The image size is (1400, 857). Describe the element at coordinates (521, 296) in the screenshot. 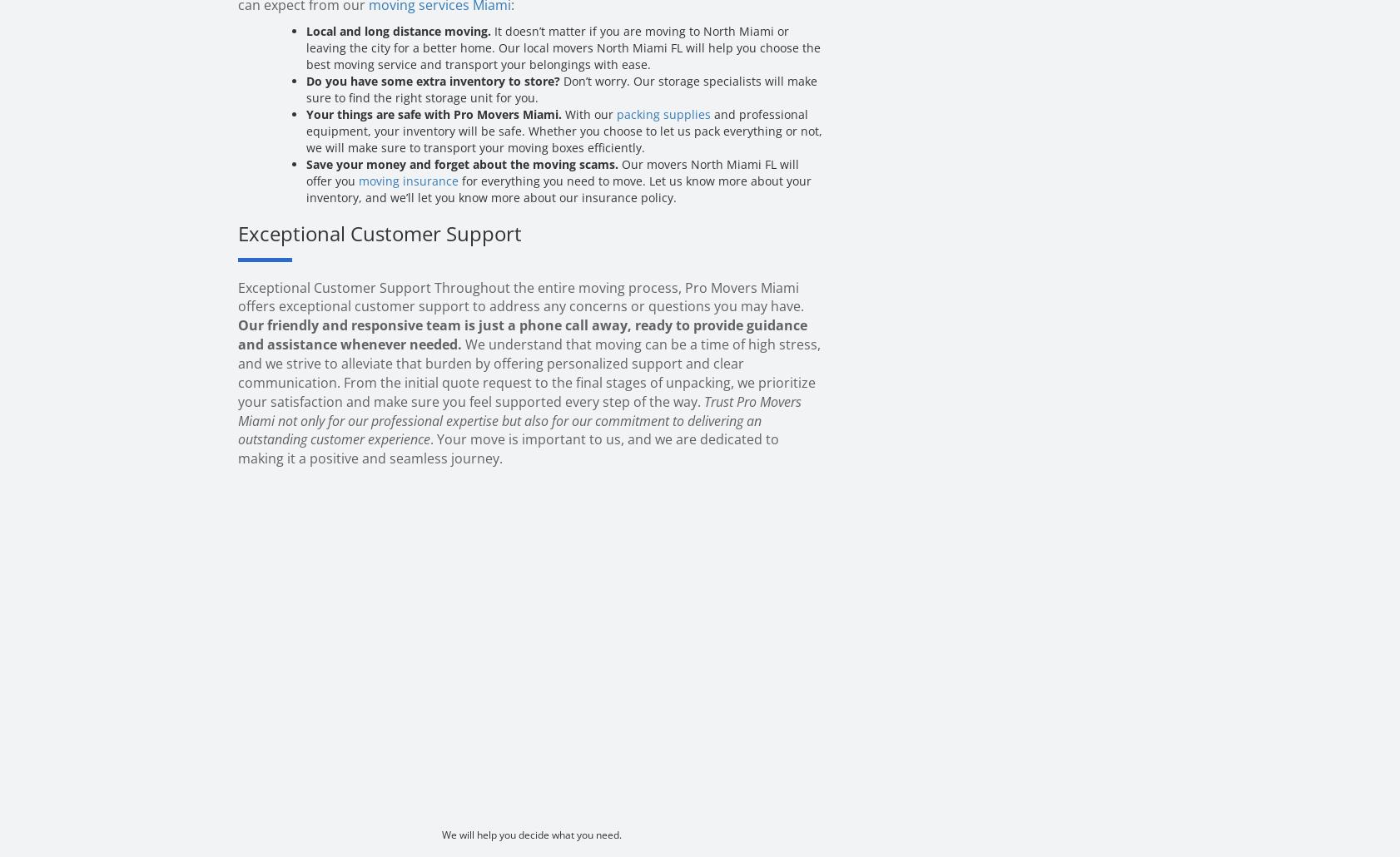

I see `'Exceptional Customer Support Throughout the entire moving process, Pro Movers Miami offers exceptional customer support to address any concerns or questions you may have.'` at that location.